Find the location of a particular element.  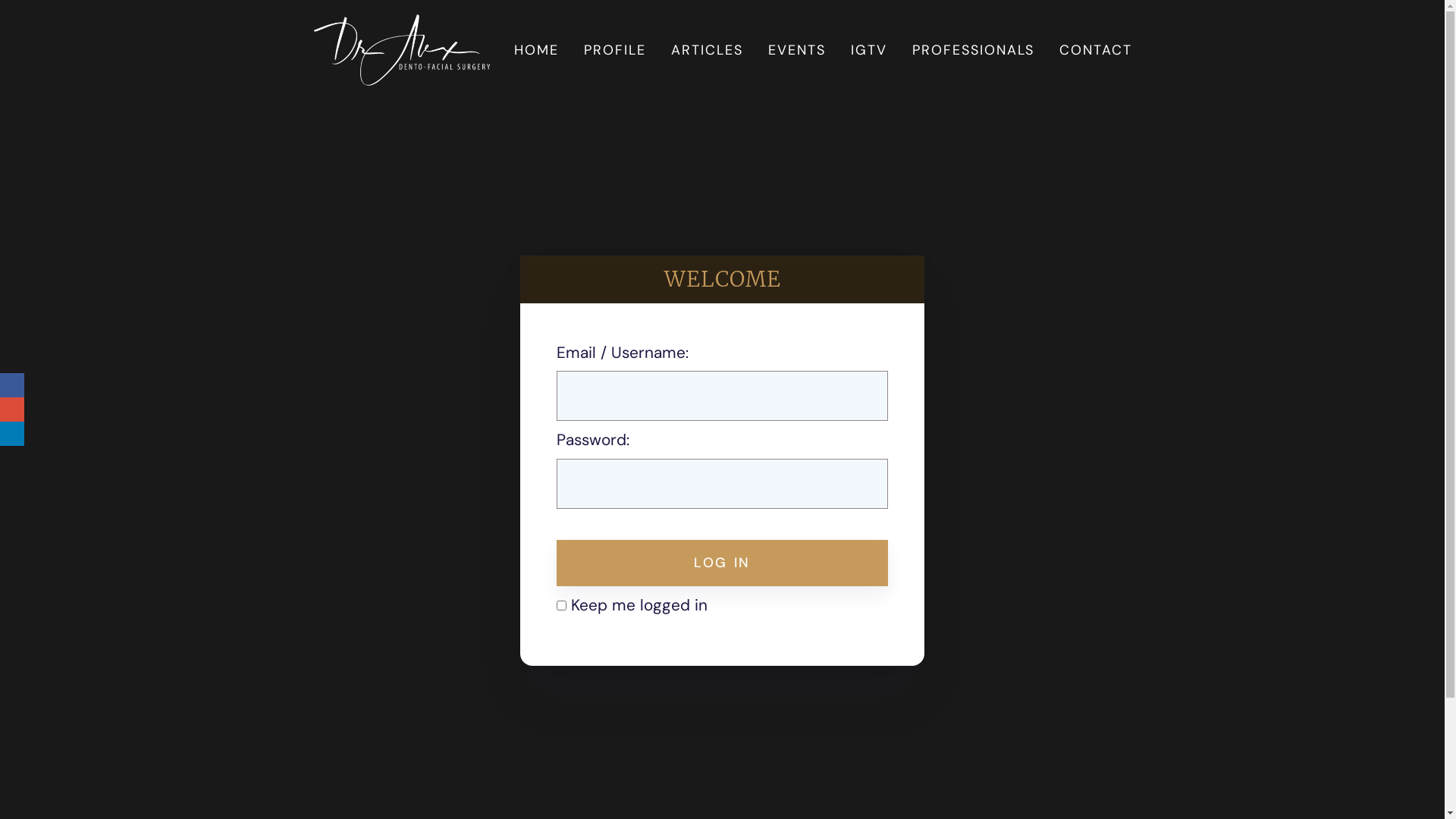

'CONTACT' is located at coordinates (1052, 49).